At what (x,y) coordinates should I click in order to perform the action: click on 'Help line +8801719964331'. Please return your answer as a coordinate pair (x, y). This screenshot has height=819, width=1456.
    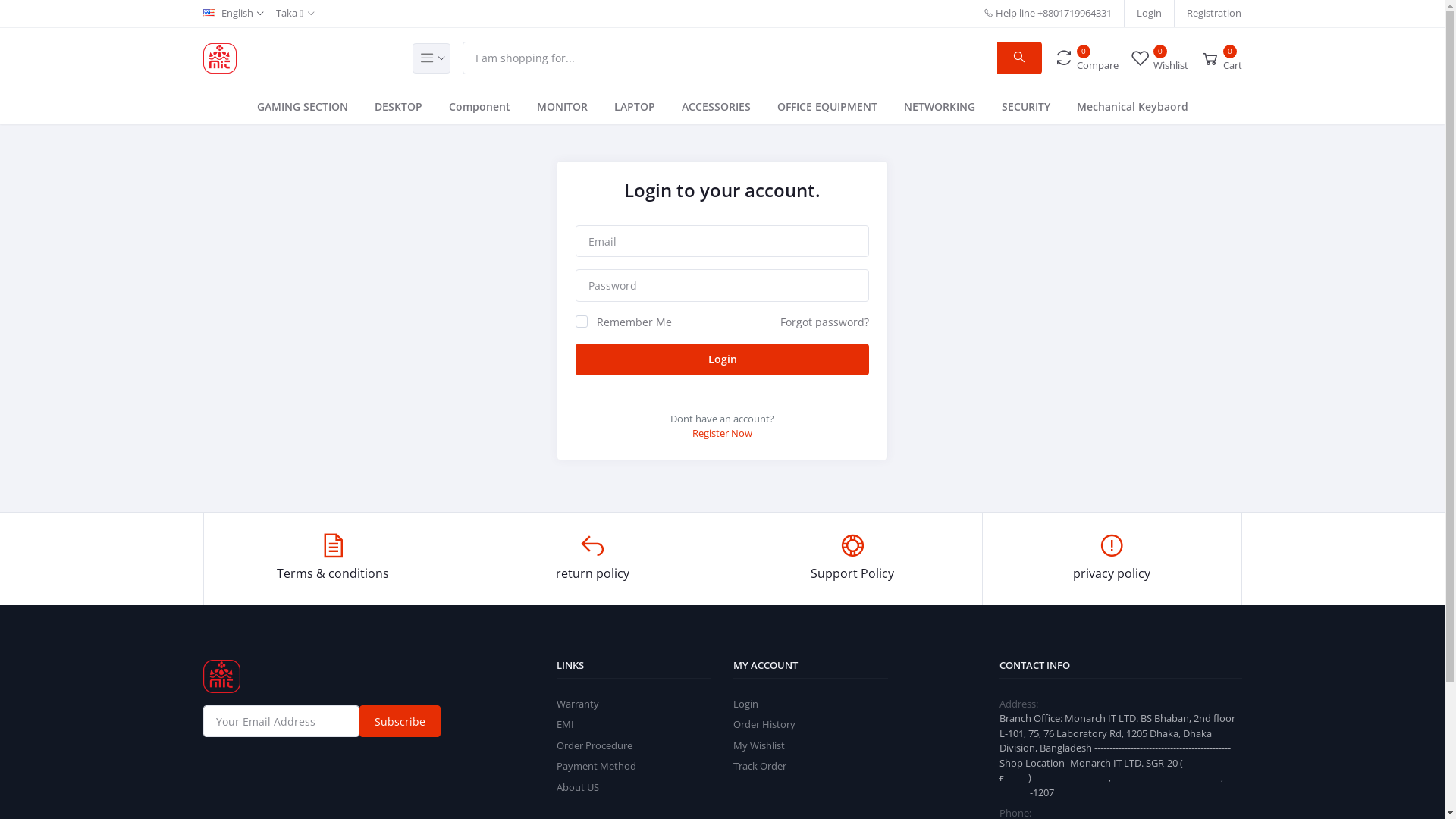
    Looking at the image, I should click on (1046, 14).